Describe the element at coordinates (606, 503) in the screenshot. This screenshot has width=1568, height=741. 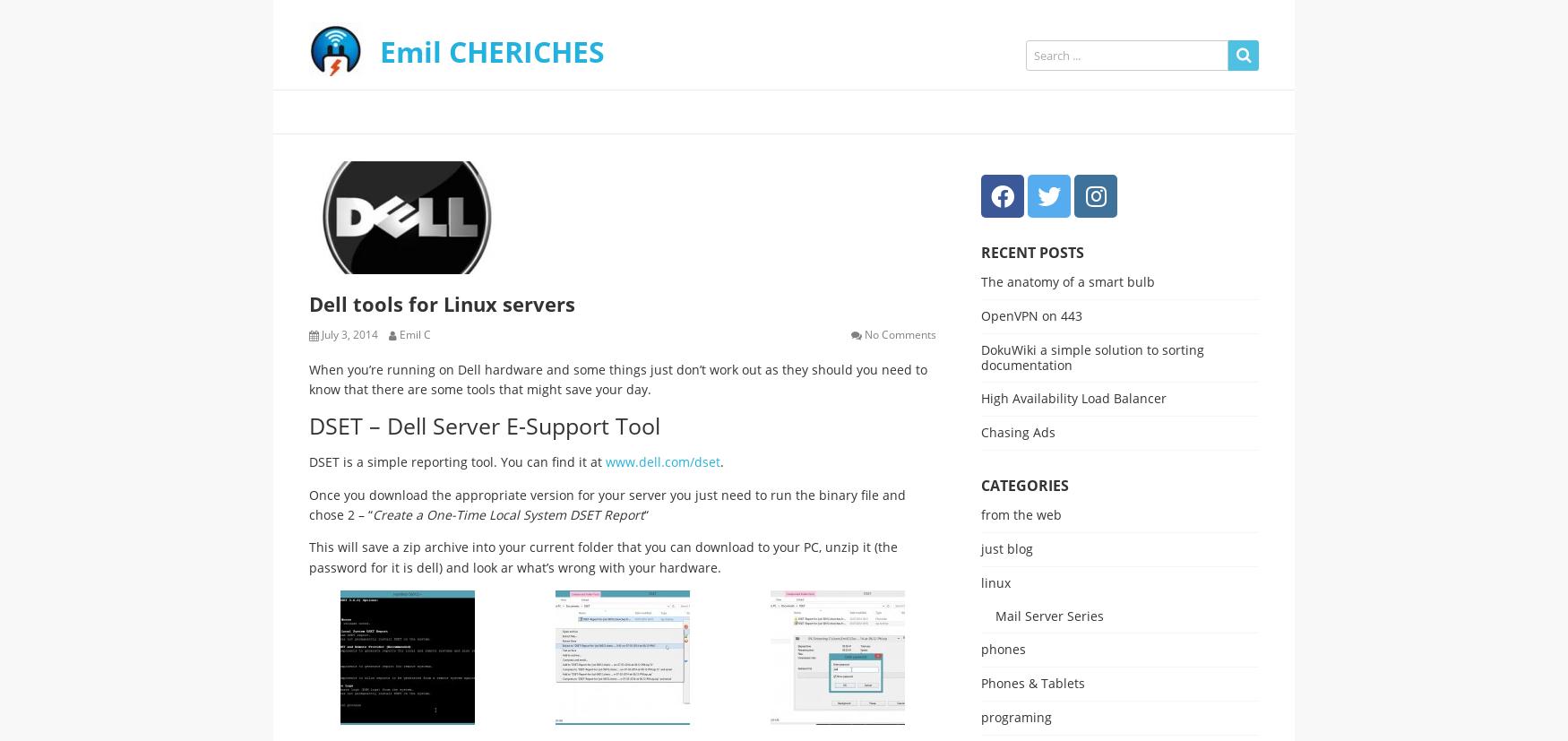
I see `'Once you download the appropriate version for your server you just need to run the binary file and chose 2 – “'` at that location.